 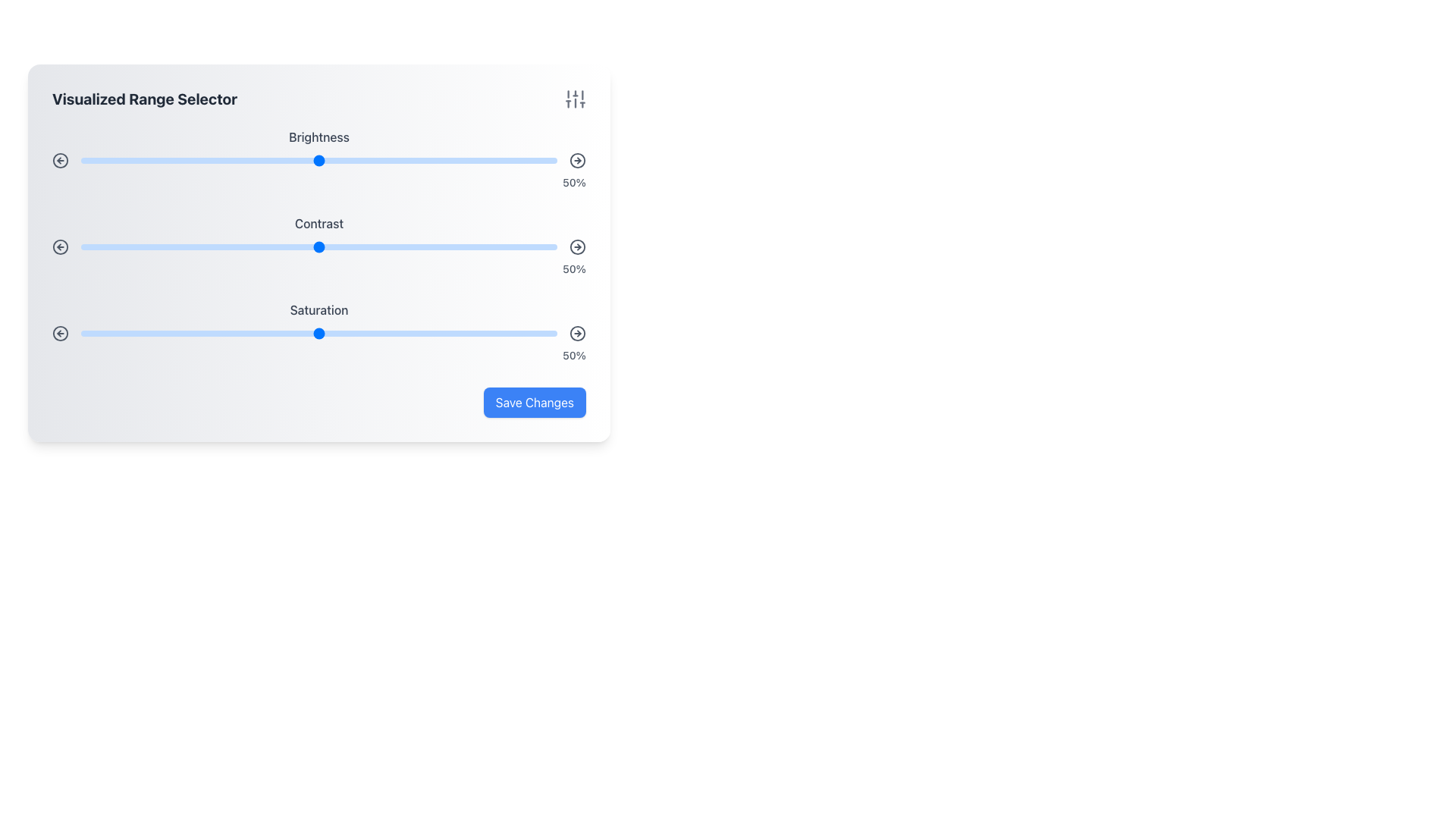 I want to click on the brightness, so click(x=391, y=161).